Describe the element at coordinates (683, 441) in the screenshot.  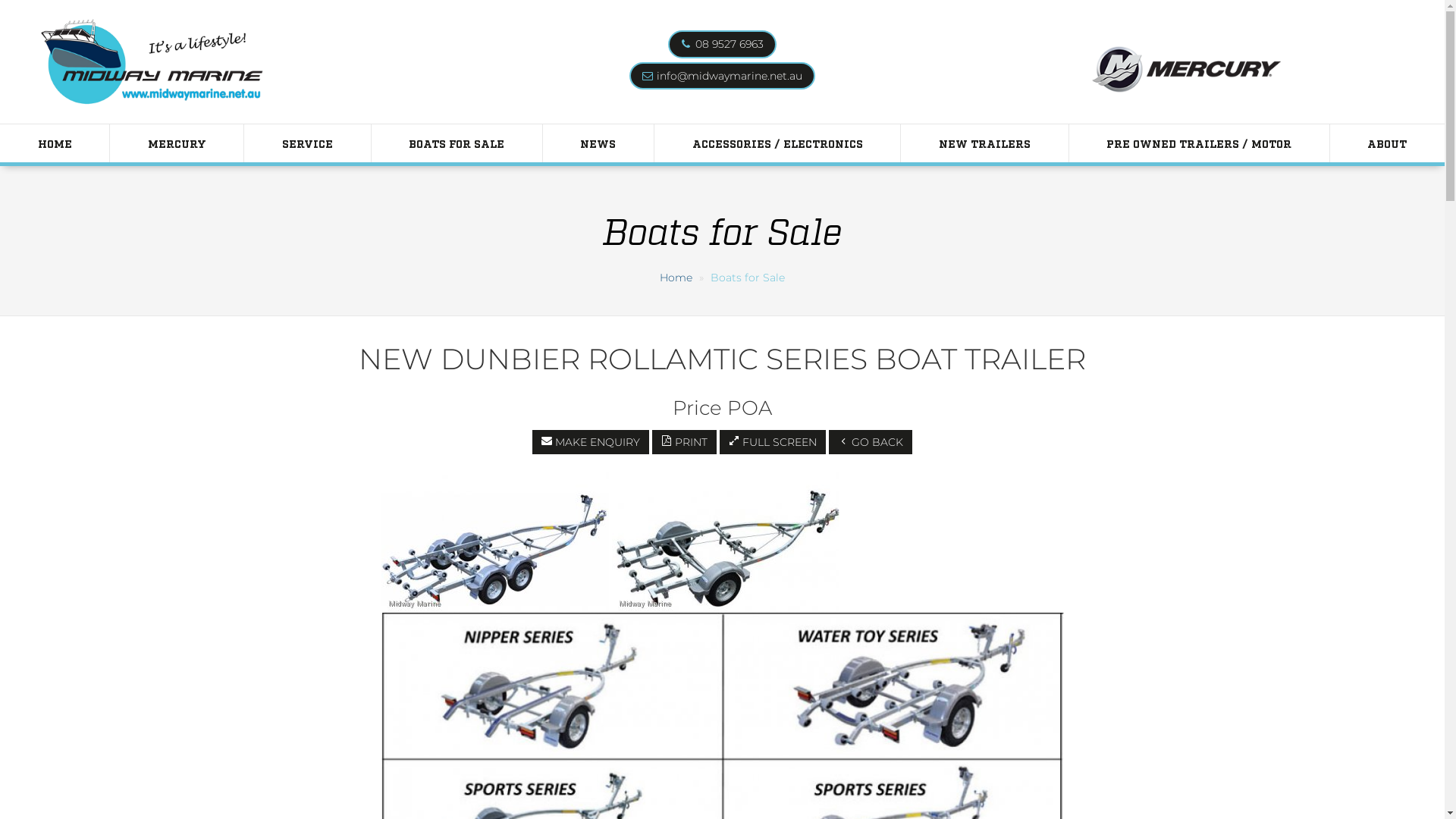
I see `'PRINT'` at that location.